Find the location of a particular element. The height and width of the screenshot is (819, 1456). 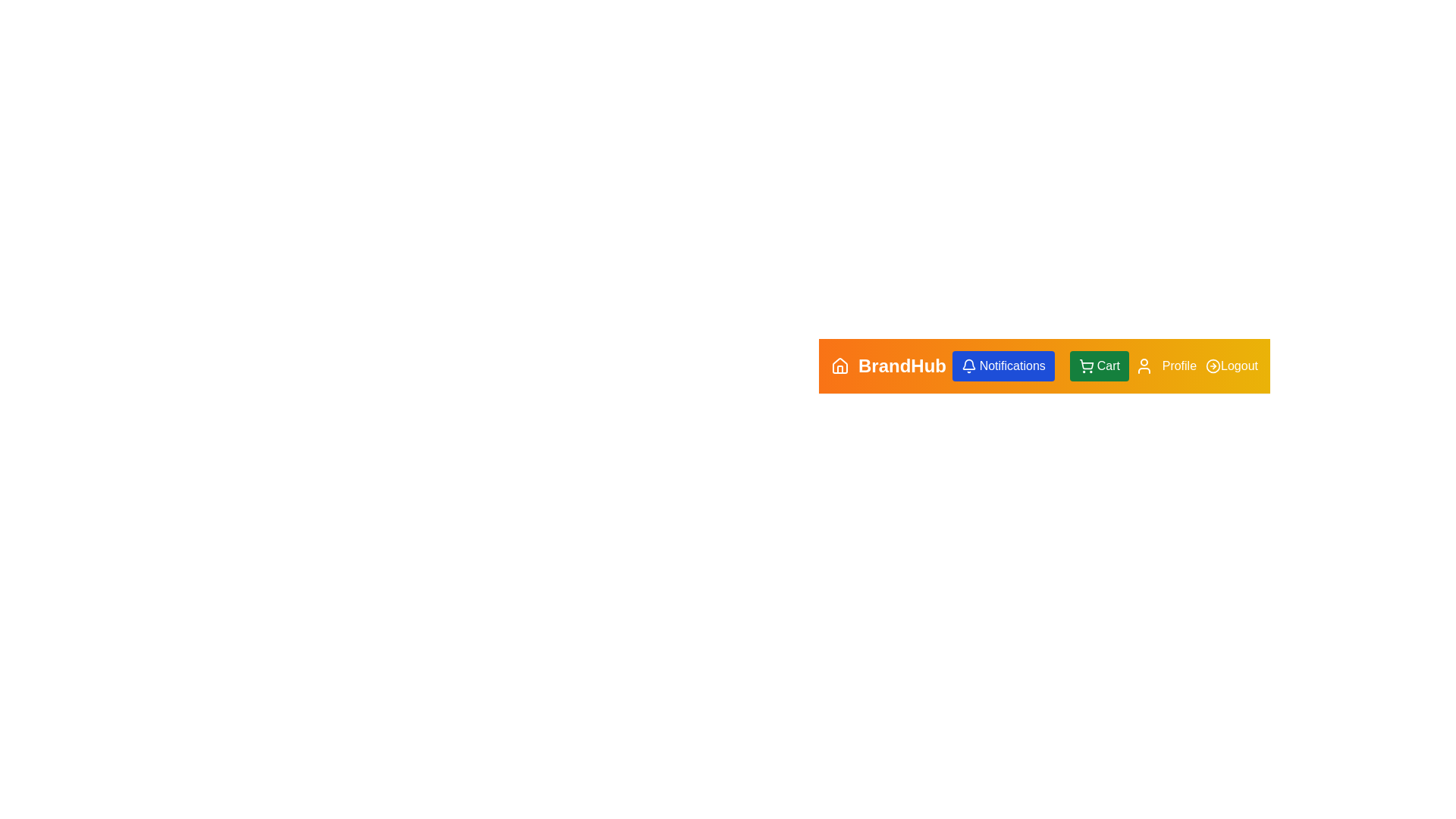

the Notifications button to view notifications is located at coordinates (1003, 366).